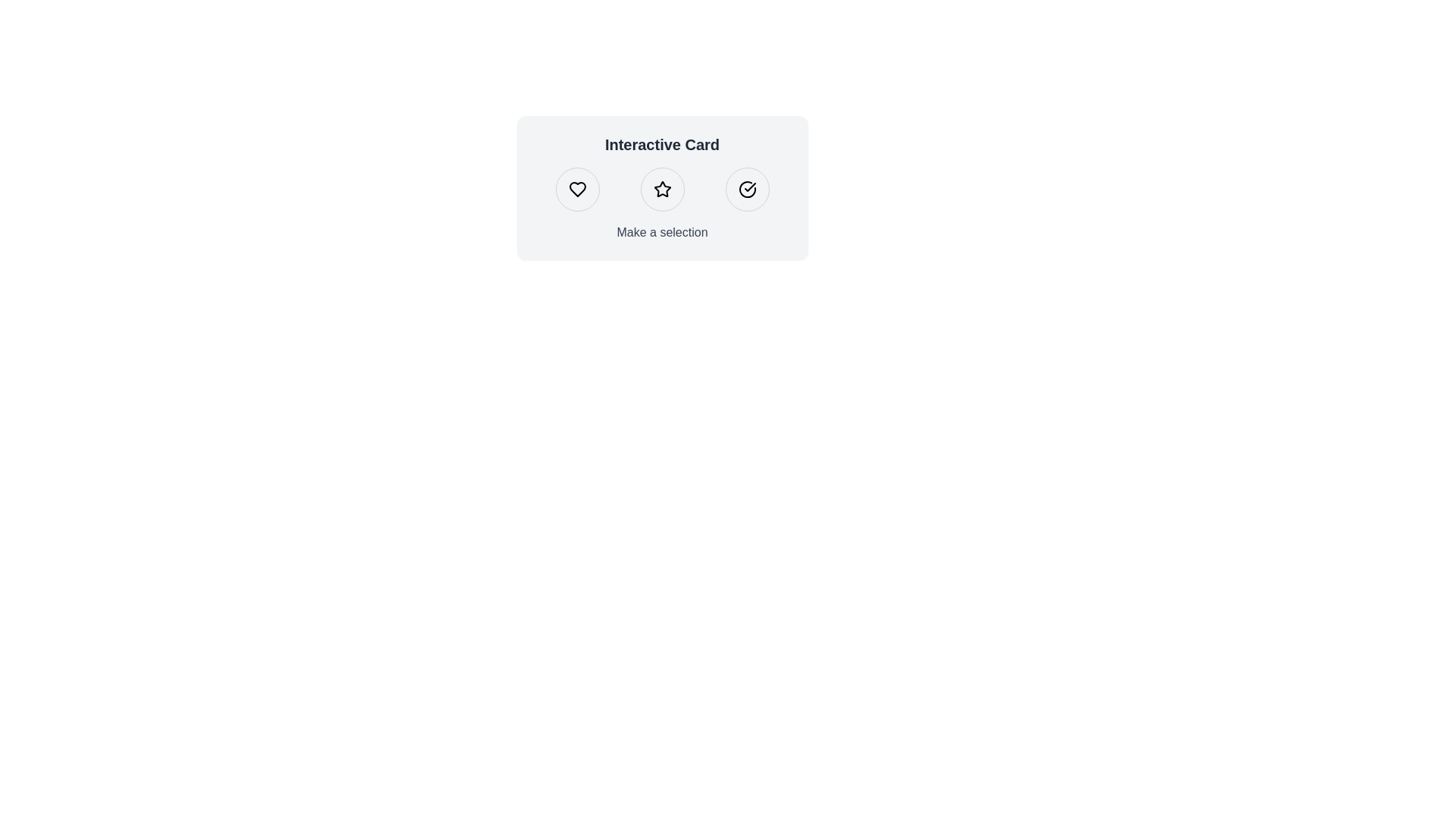  Describe the element at coordinates (749, 186) in the screenshot. I see `the checkmark icon within the rightmost button of three buttons located in the center of the card layout` at that location.